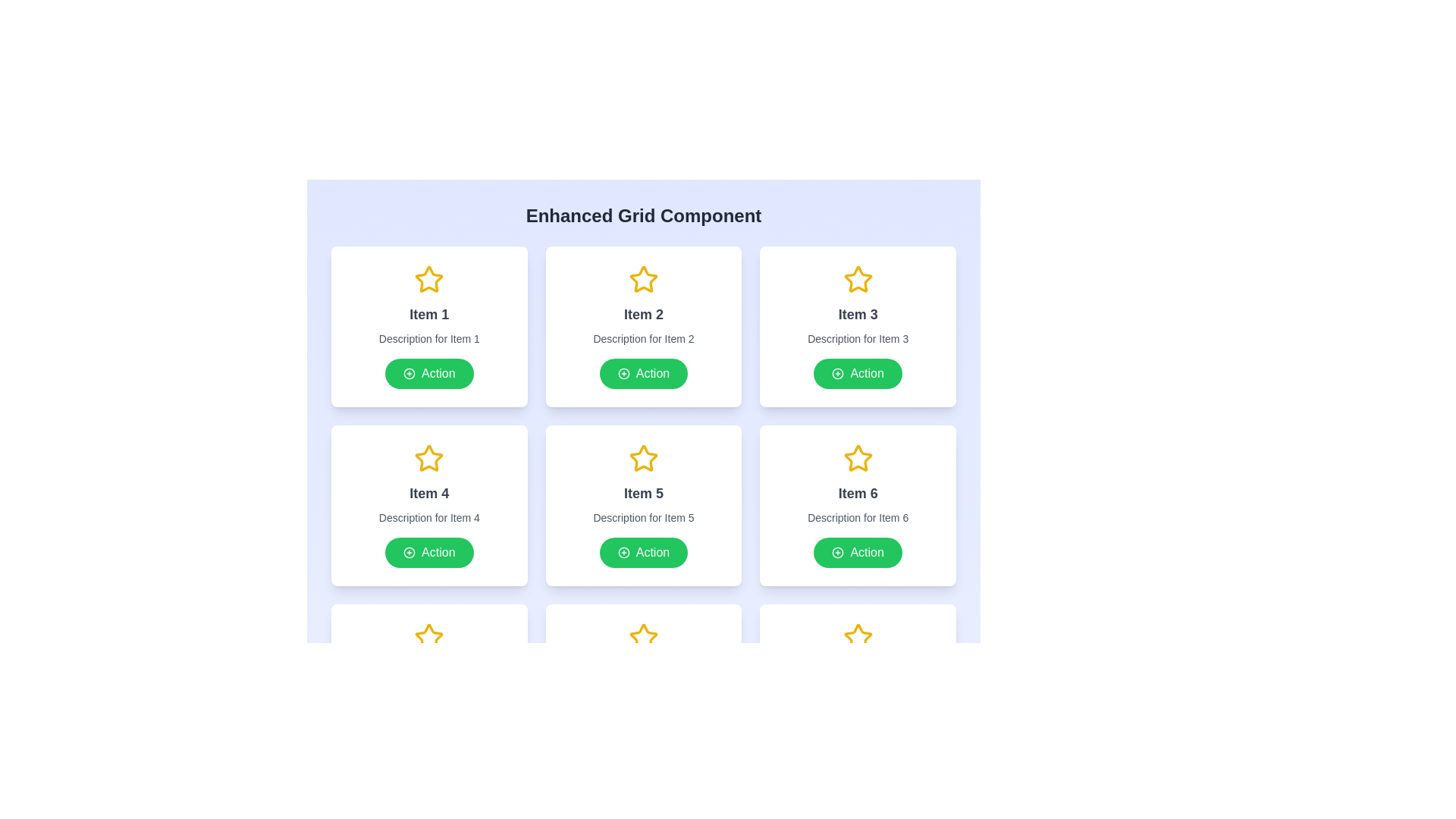 This screenshot has width=1456, height=819. I want to click on the graphical icon located within the 'Action' button under the 'Item 6' card in the grid layout, which is the last button in the second row, so click(837, 553).